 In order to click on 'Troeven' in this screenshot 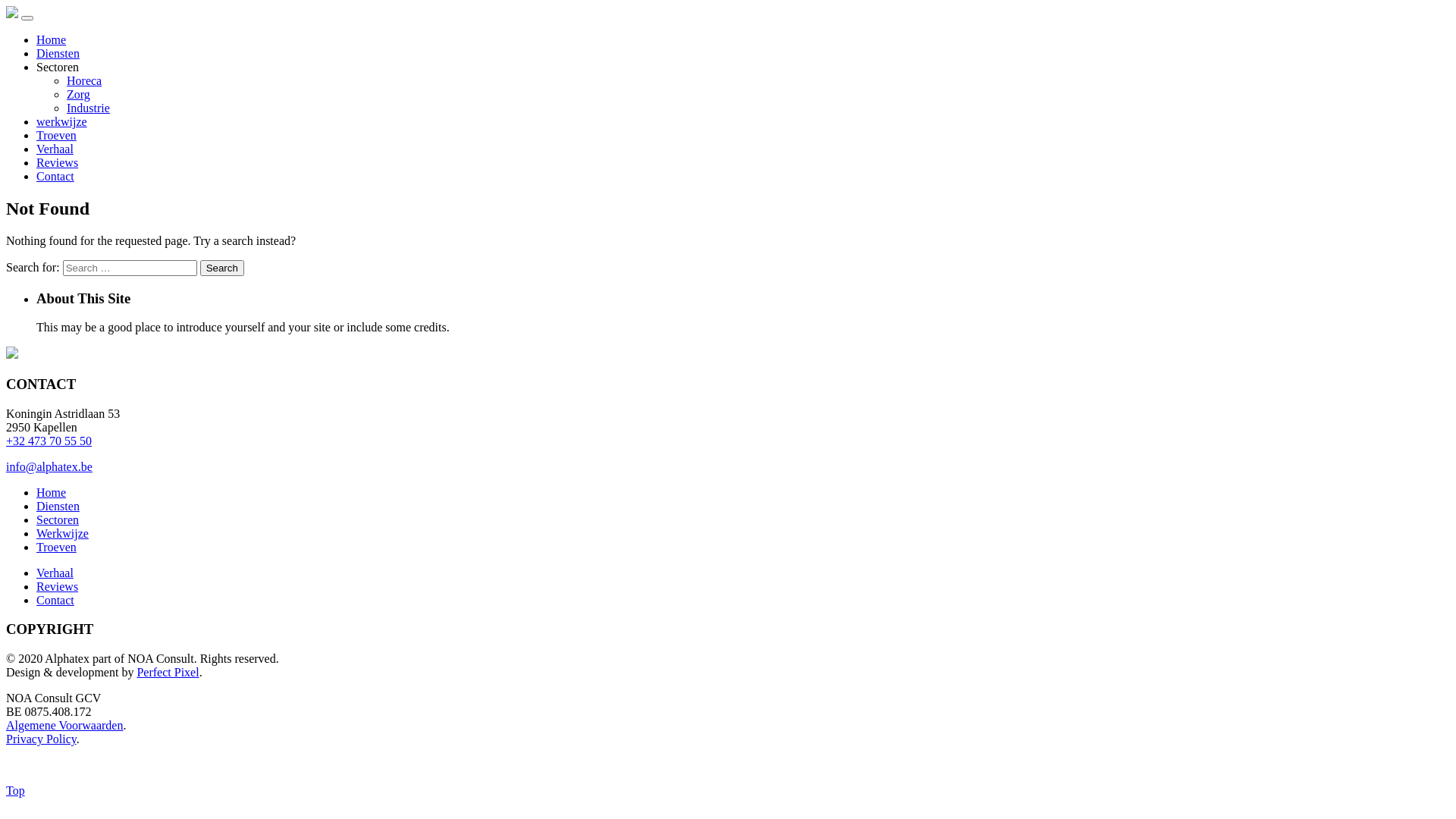, I will do `click(56, 134)`.